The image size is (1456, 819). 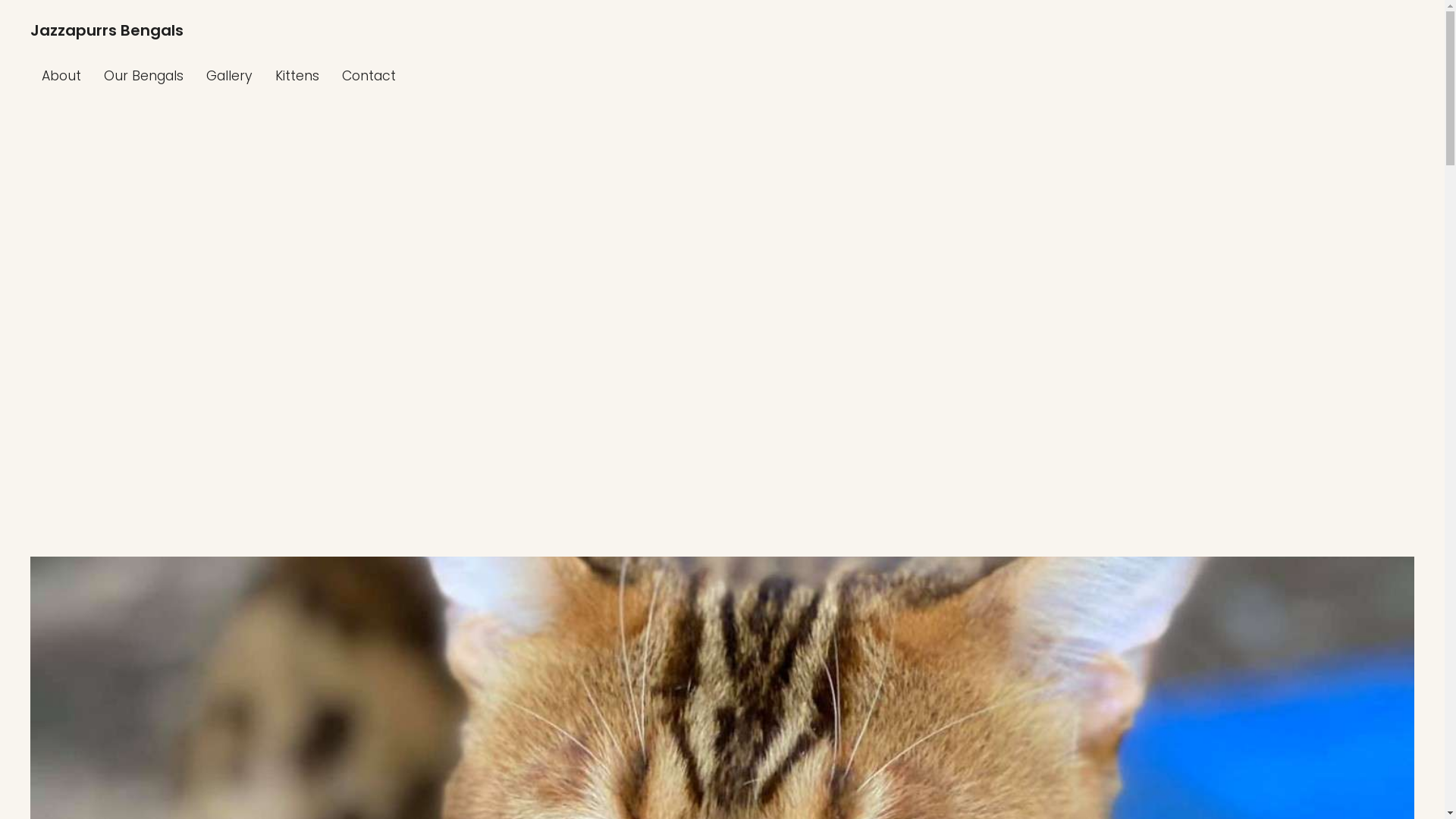 I want to click on 'About', so click(x=61, y=76).